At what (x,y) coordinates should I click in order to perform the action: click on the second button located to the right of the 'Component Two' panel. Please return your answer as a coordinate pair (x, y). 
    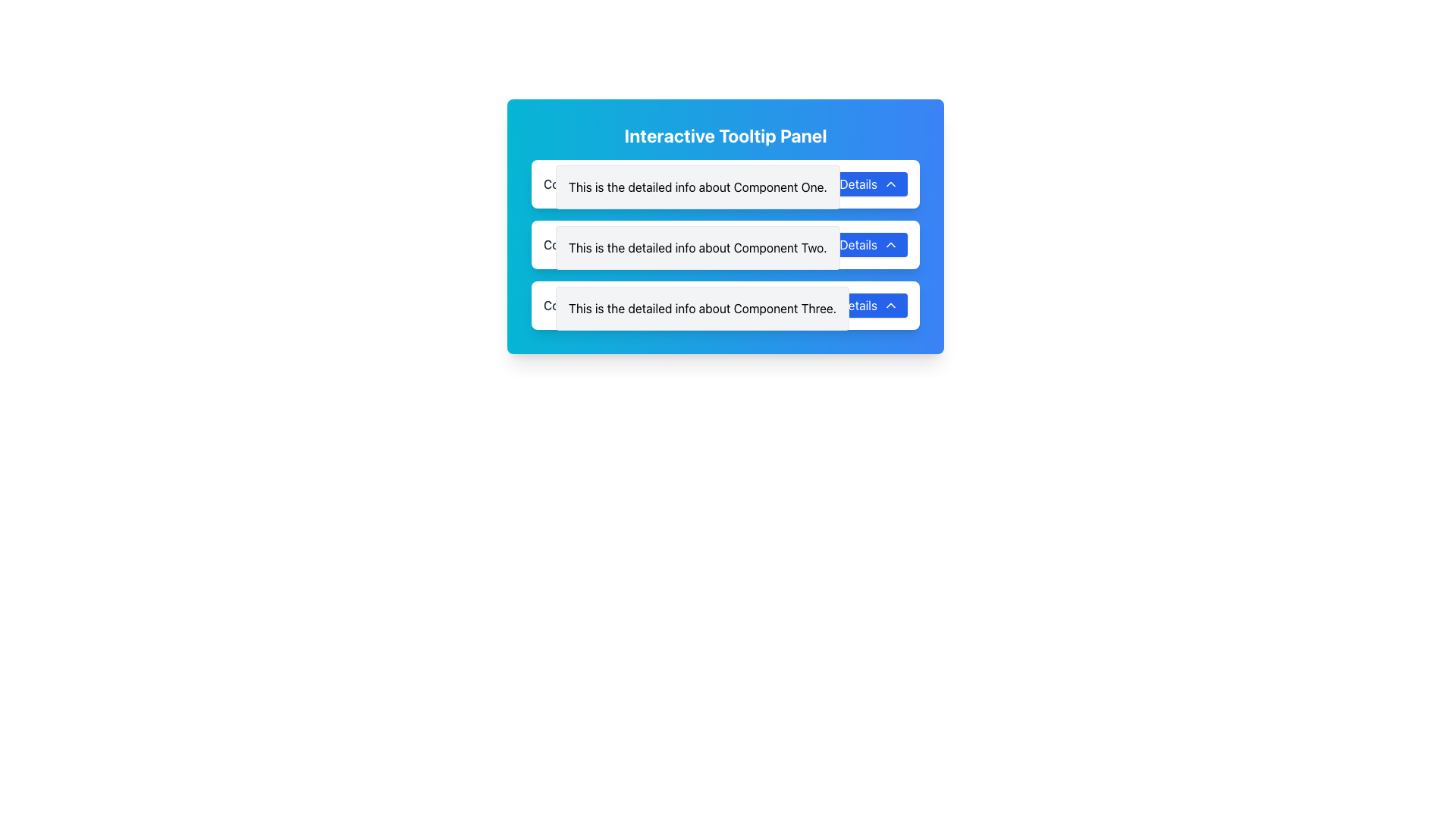
    Looking at the image, I should click on (869, 244).